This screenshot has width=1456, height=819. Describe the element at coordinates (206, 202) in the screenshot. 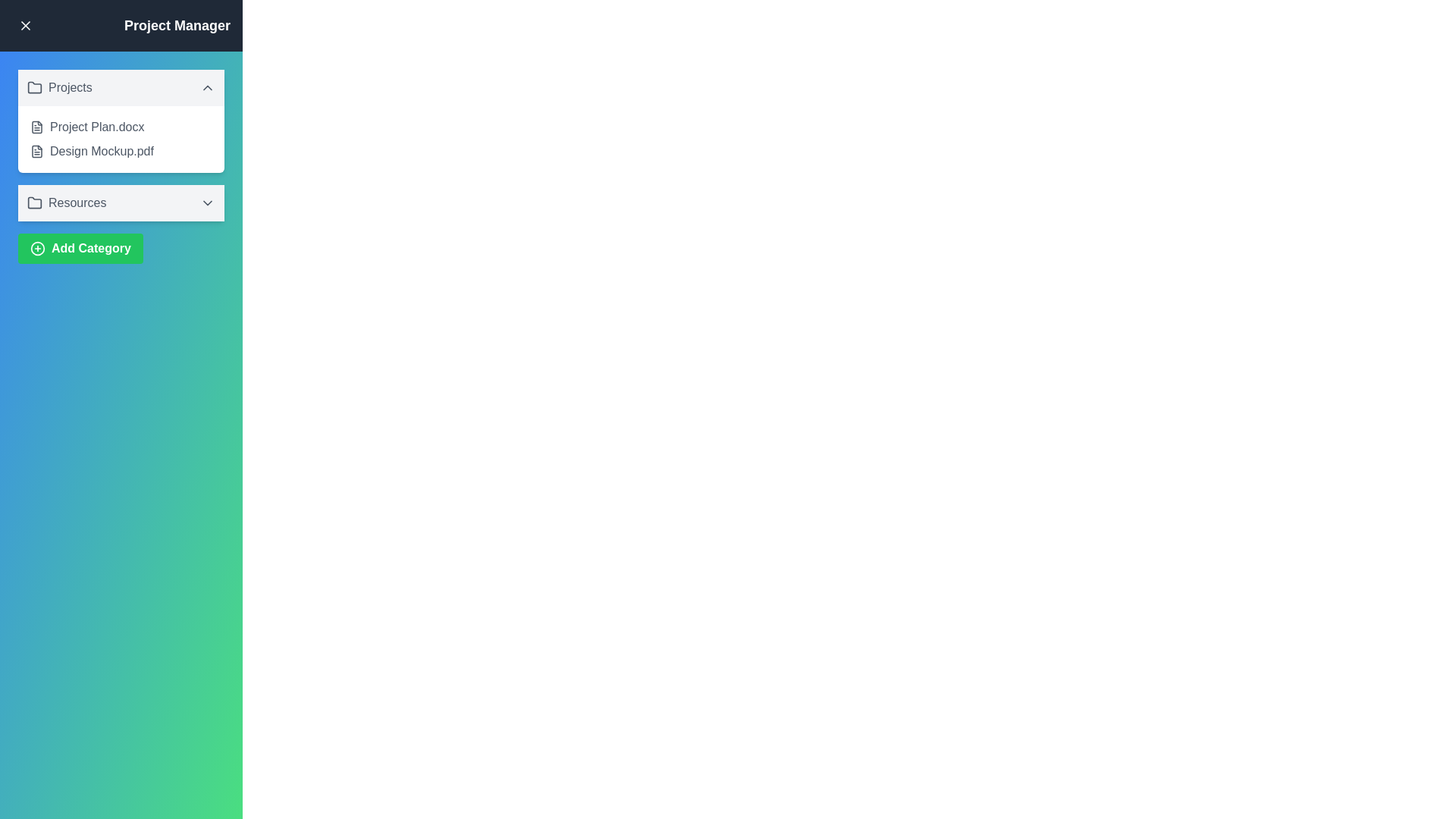

I see `the chevron-oriented toggle icon next to the 'Resources' label` at that location.